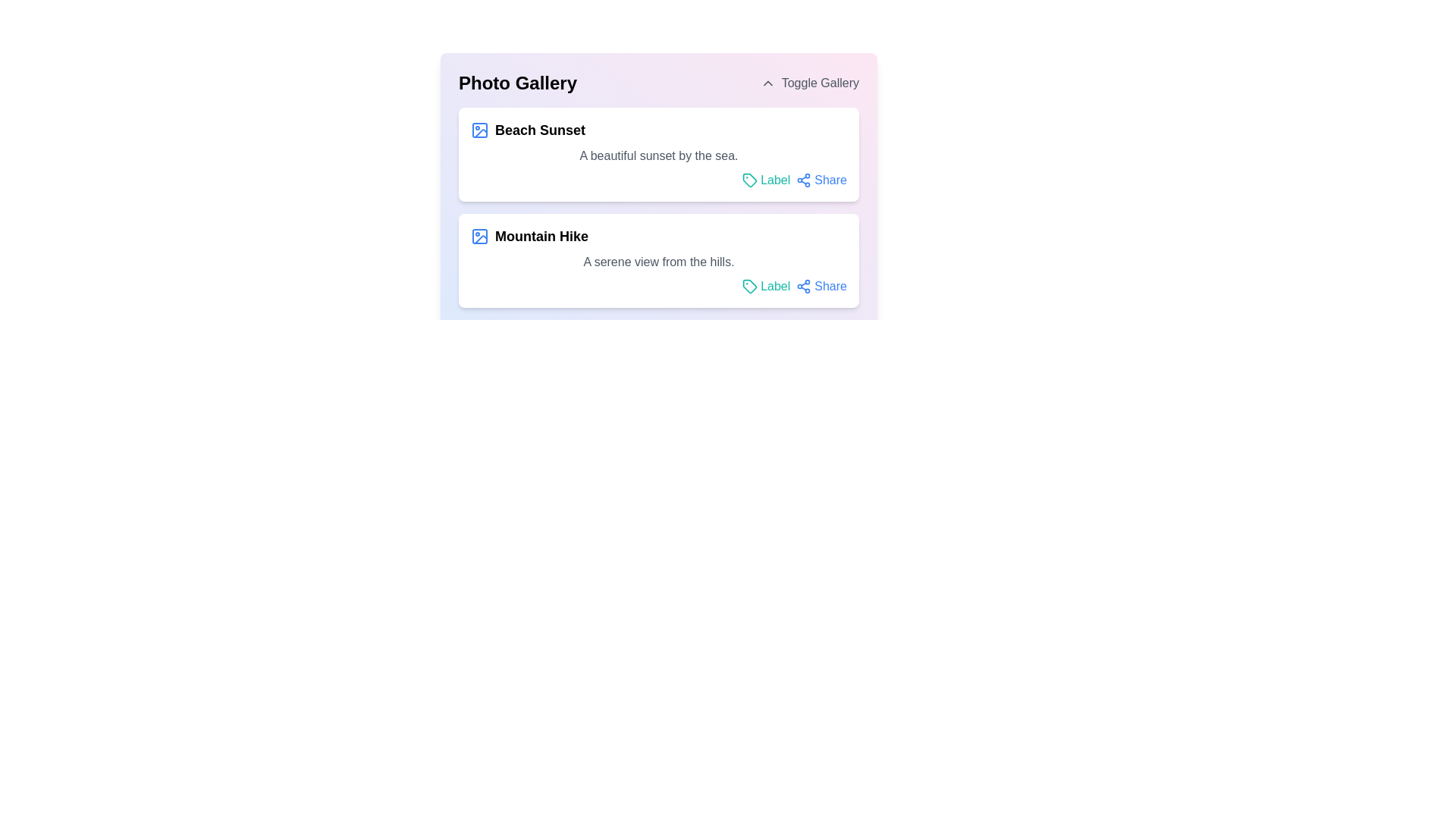 The height and width of the screenshot is (819, 1456). What do you see at coordinates (750, 287) in the screenshot?
I see `the teal-colored tag-shaped SVG icon located to the left of the 'Label' text in the second row of the photo gallery interface` at bounding box center [750, 287].